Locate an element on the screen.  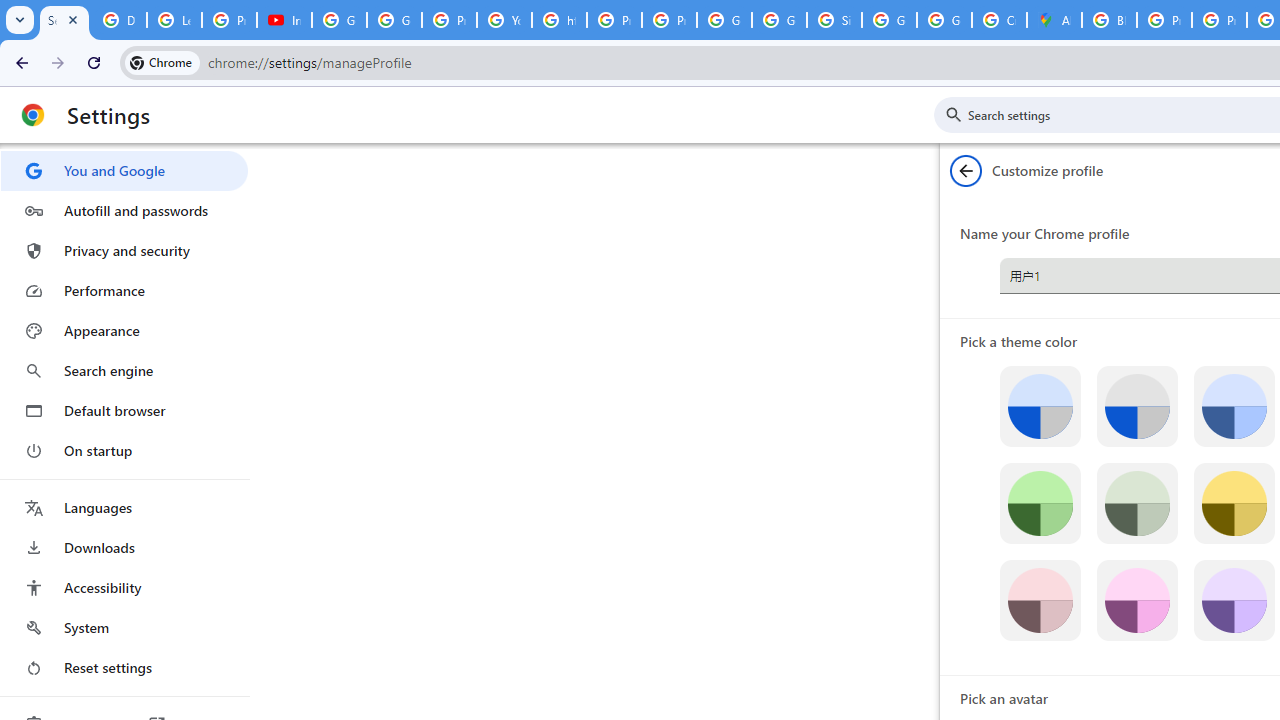
'Languages' is located at coordinates (123, 506).